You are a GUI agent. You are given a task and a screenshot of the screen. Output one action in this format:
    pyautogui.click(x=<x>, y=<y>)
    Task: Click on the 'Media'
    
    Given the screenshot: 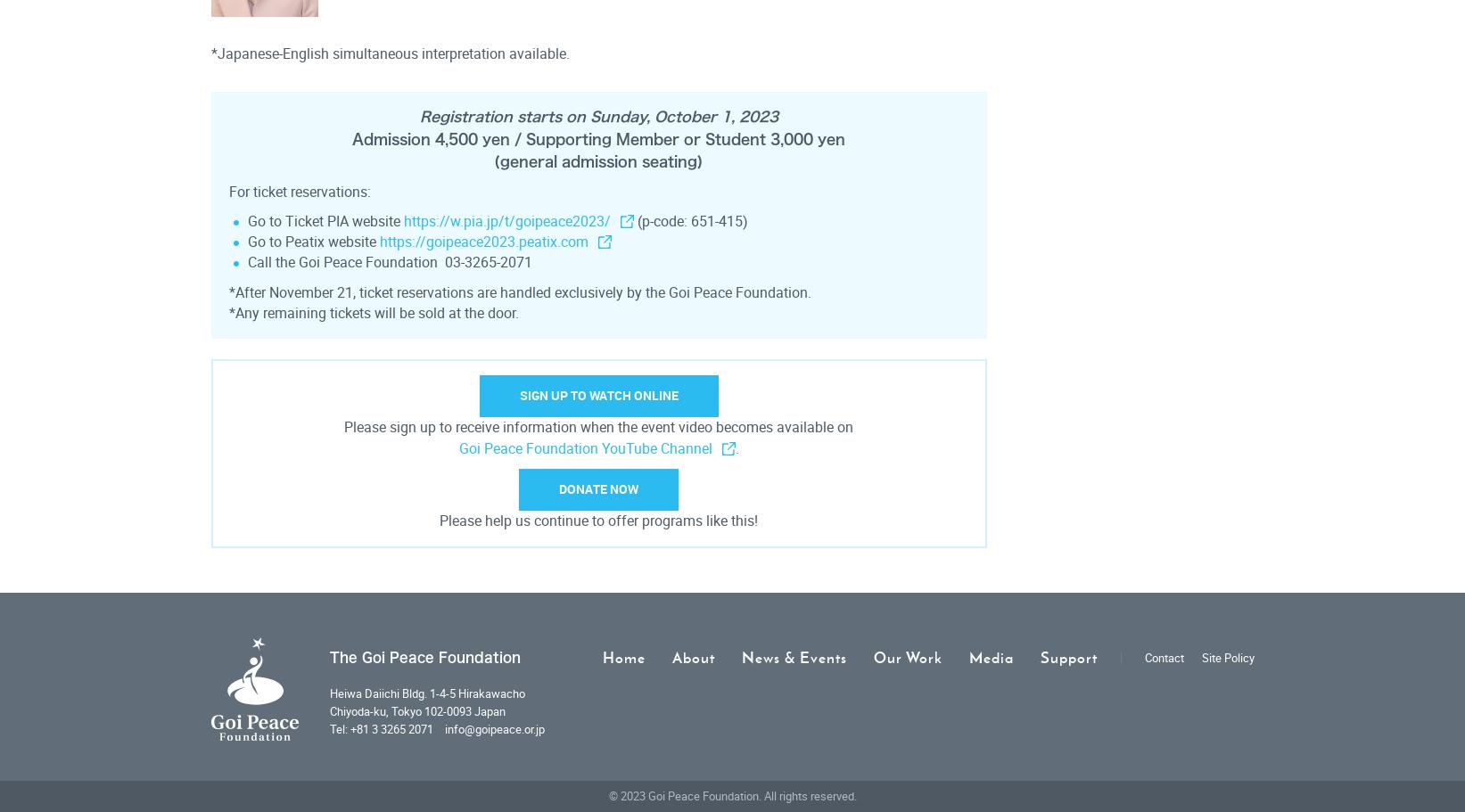 What is the action you would take?
    pyautogui.click(x=990, y=656)
    